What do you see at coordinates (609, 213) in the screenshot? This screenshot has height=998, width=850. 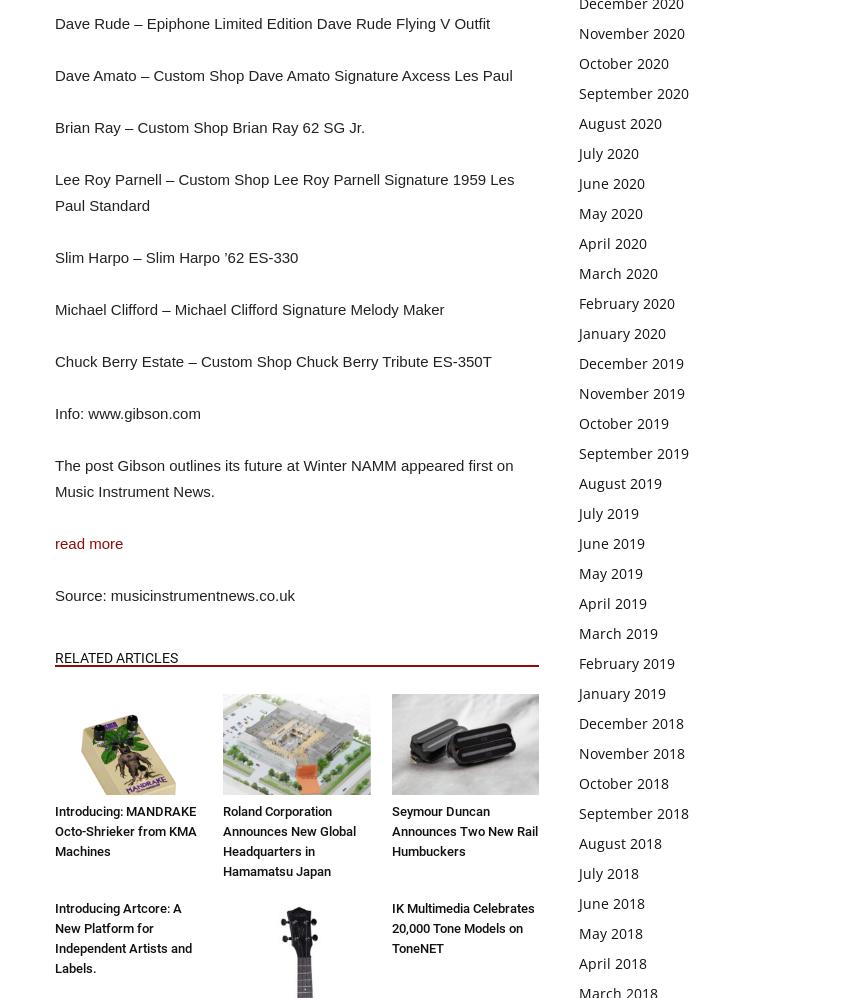 I see `'May 2020'` at bounding box center [609, 213].